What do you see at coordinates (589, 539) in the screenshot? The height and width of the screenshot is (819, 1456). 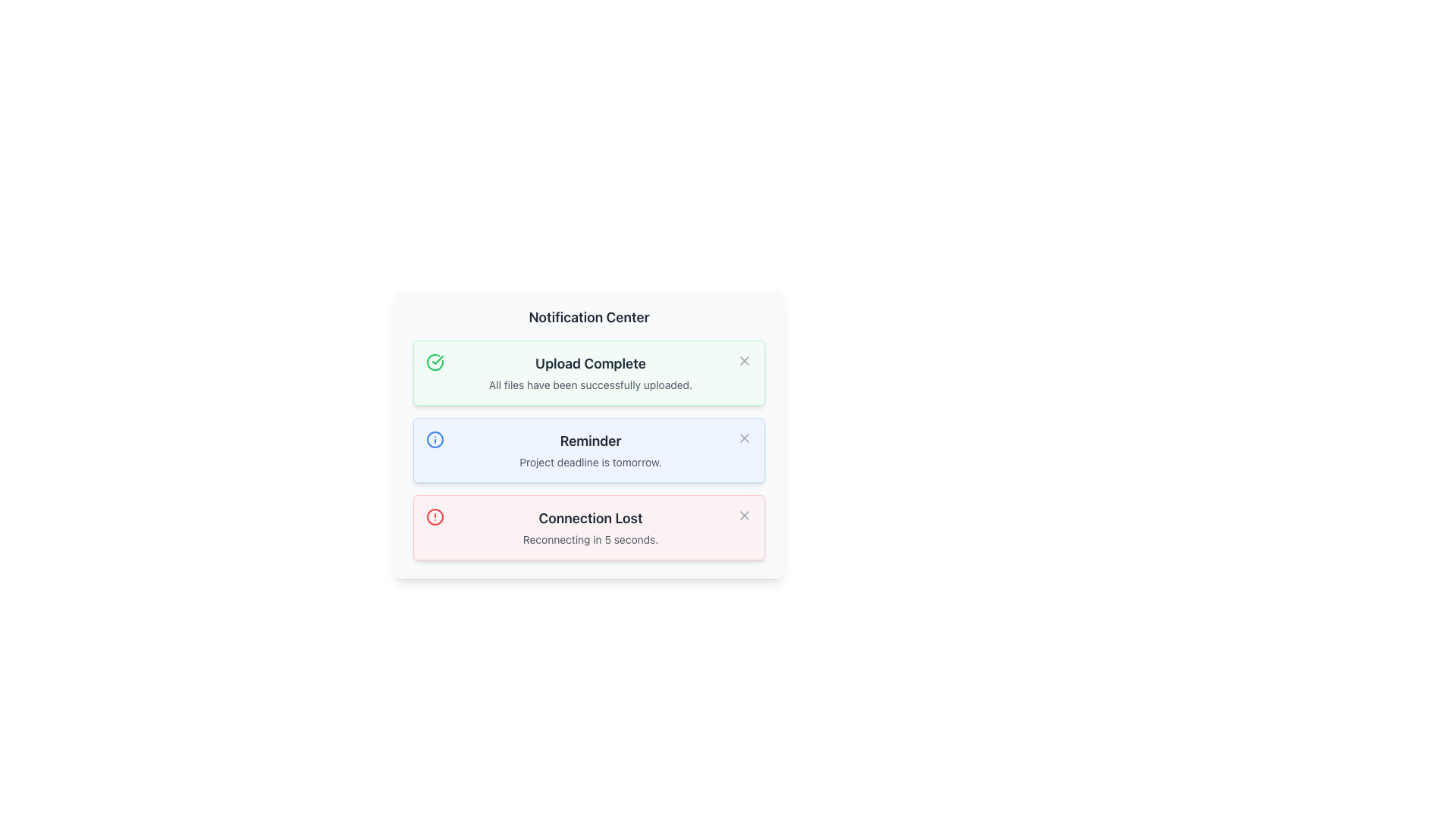 I see `the static text element displaying 'Reconnecting in 5 seconds.' located below the 'Connection Lost' text in the red notification box` at bounding box center [589, 539].